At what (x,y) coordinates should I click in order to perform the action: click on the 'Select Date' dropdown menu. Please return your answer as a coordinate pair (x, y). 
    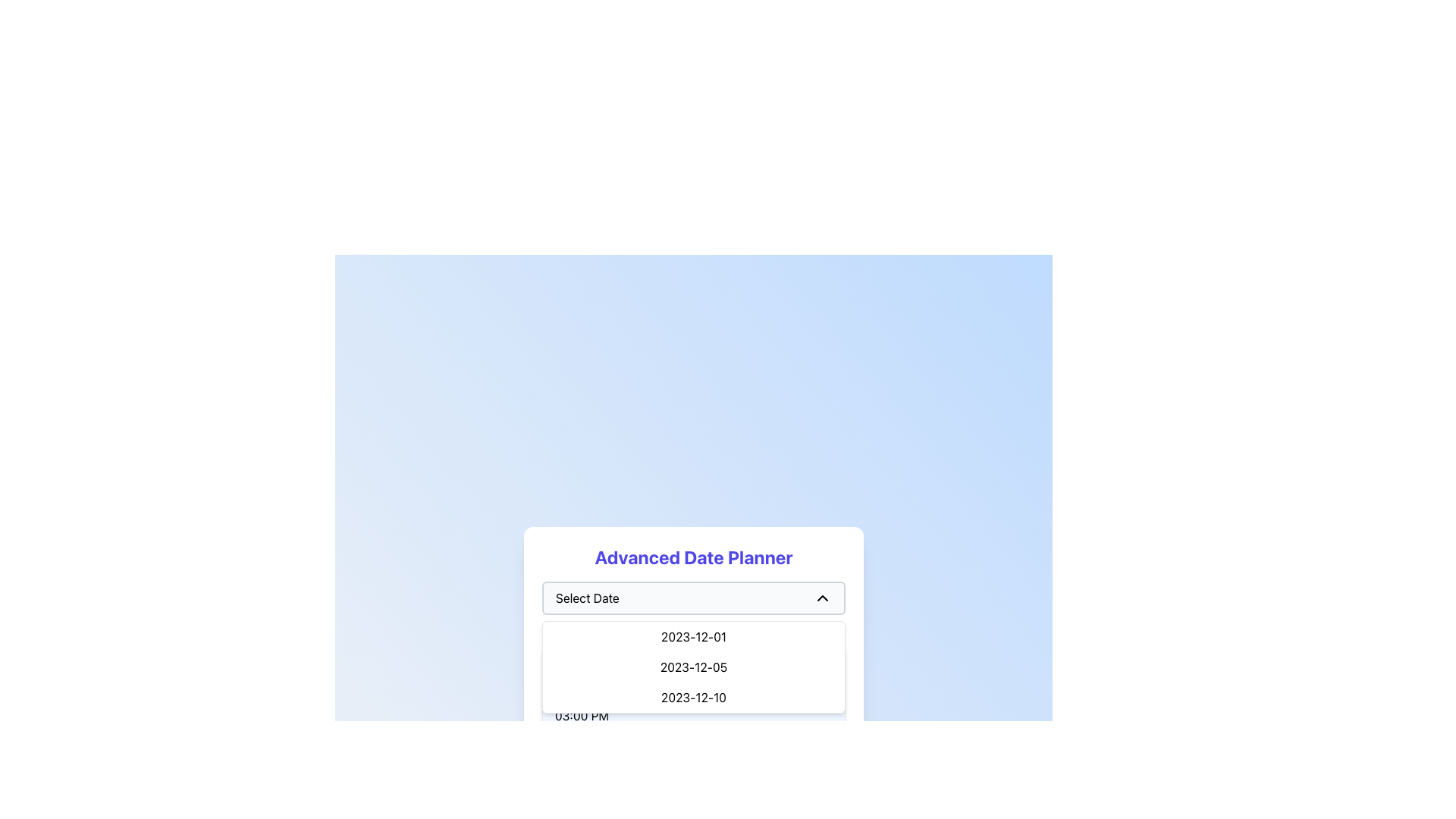
    Looking at the image, I should click on (693, 598).